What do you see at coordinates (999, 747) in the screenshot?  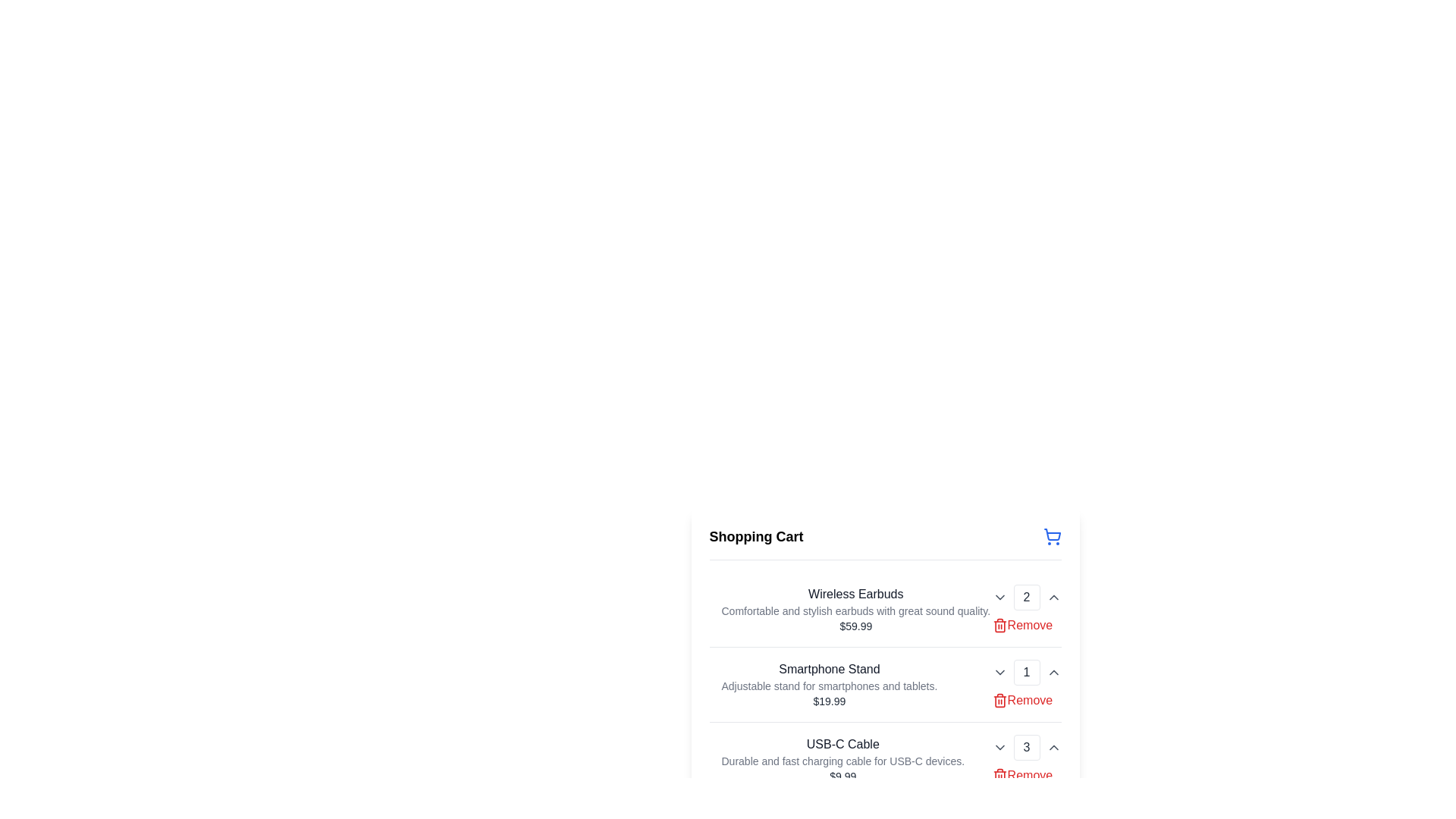 I see `the button located to the left of the numeral '3' in the quantity adjustment section of the 'USB-C Cable' cart item row to decrease the item quantity` at bounding box center [999, 747].